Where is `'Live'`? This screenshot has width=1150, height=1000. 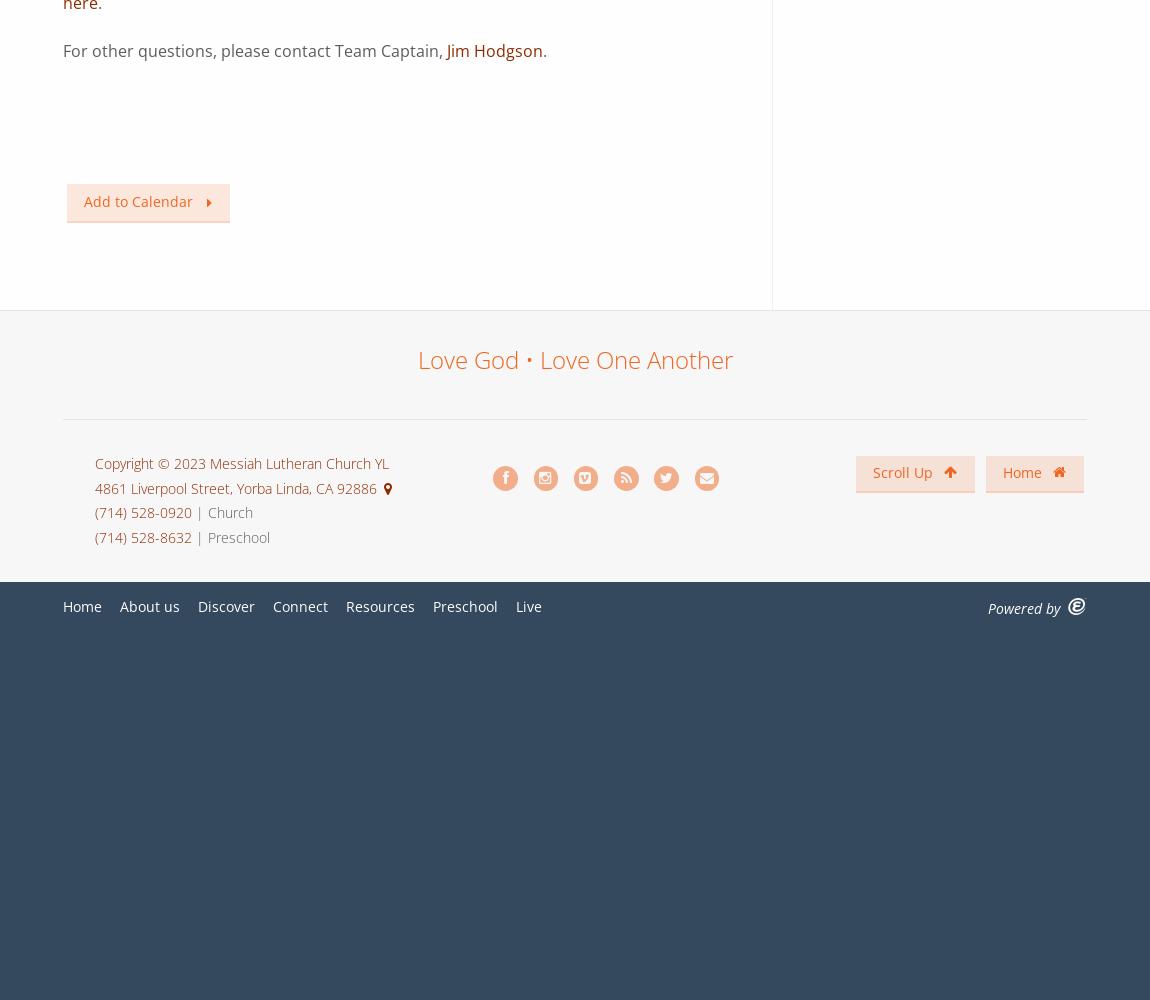 'Live' is located at coordinates (529, 605).